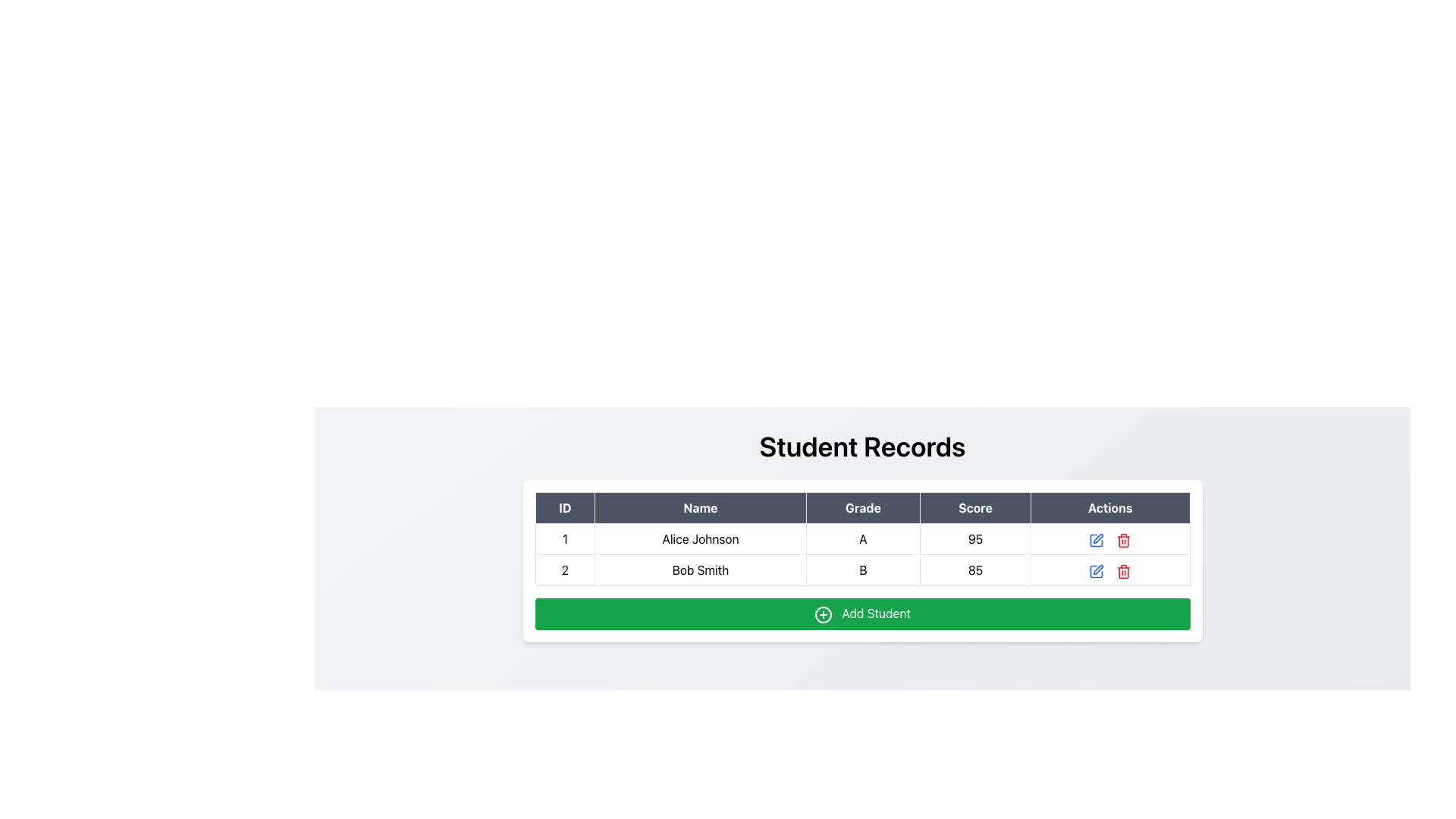 This screenshot has width=1456, height=819. What do you see at coordinates (862, 508) in the screenshot?
I see `text displayed in the 'Grade' text label, which is the third column header in a data table styled with a dark gray background and white text, positioned between the 'Name' and 'Score' headers` at bounding box center [862, 508].